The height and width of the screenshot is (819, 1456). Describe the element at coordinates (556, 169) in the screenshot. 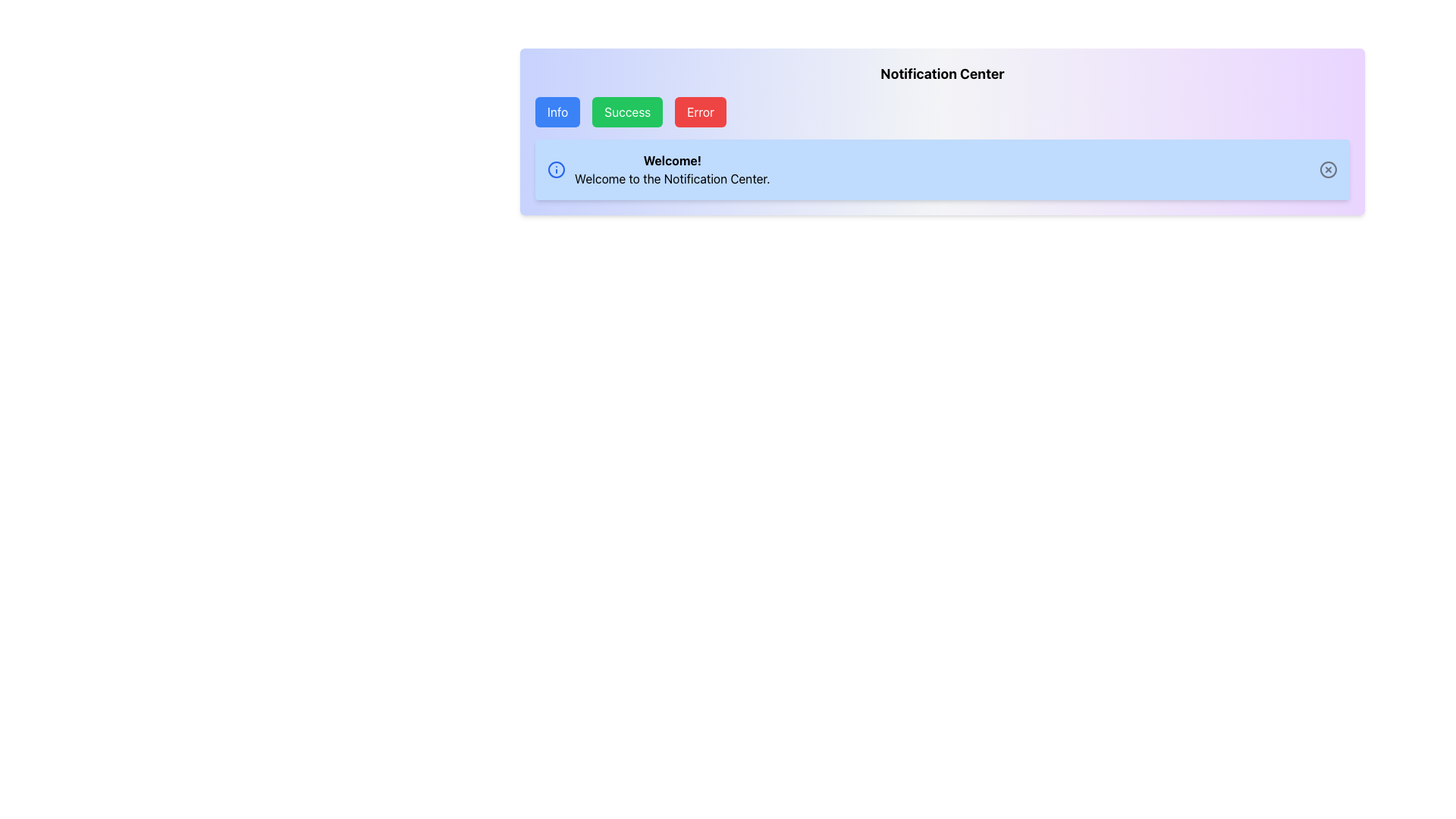

I see `the outlined circular SVG element that is part of an informational icon within the notification card, located to the left of the 'Welcome!' text block` at that location.